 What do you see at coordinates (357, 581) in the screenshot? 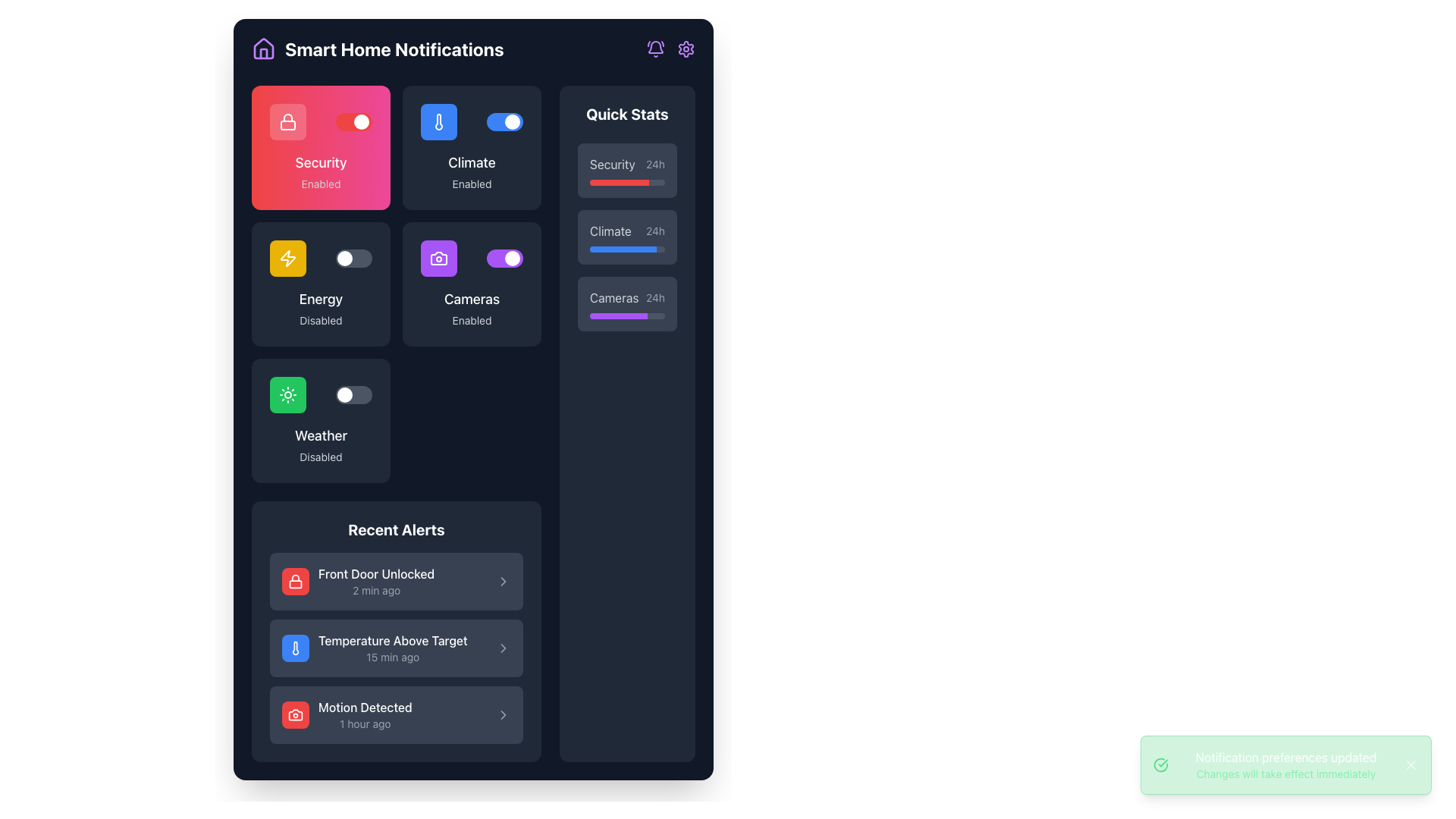
I see `the notification item indicating that the front door is unlocked` at bounding box center [357, 581].